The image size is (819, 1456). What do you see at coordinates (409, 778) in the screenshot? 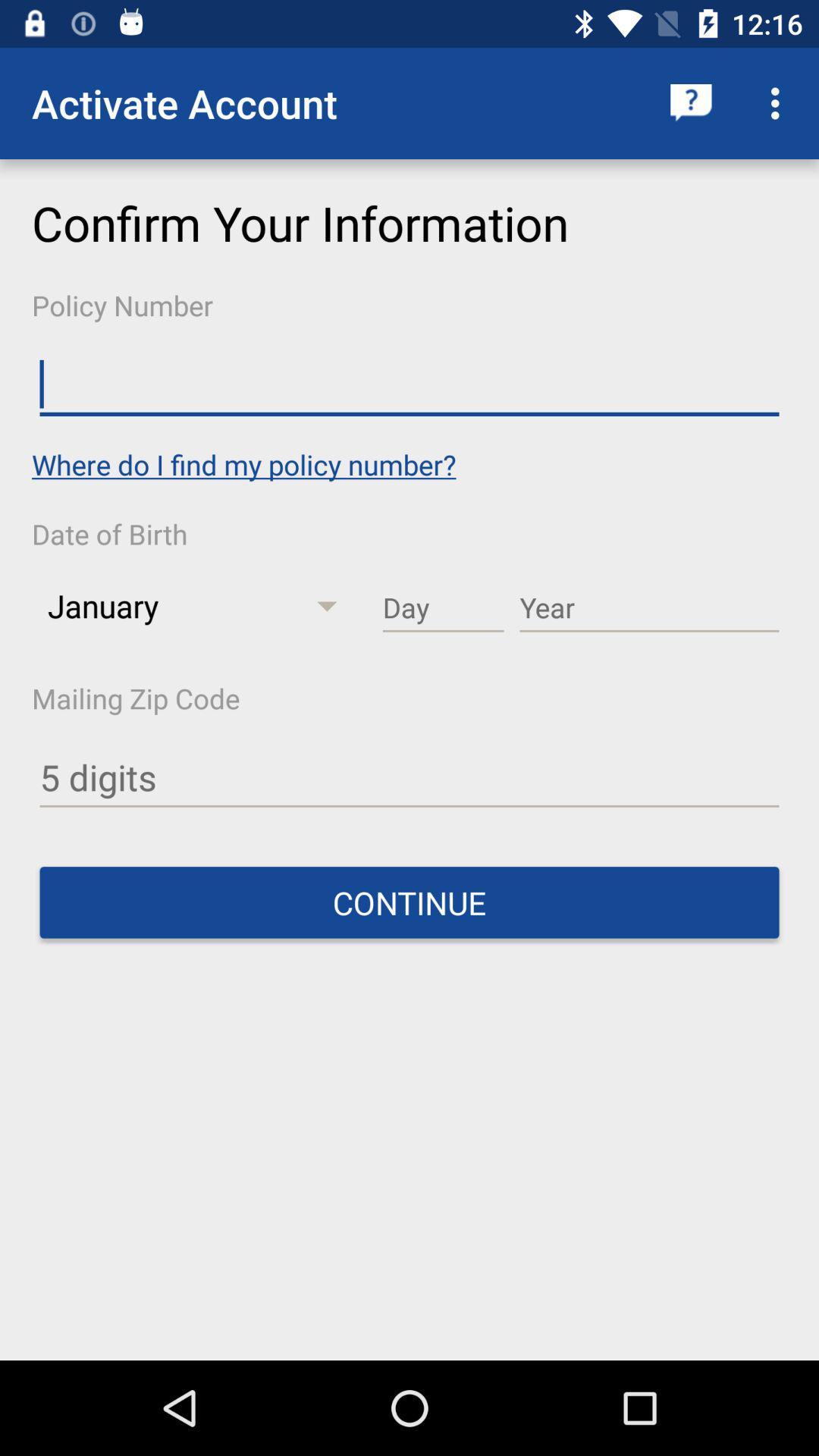
I see `the icon below the mailing zip code` at bounding box center [409, 778].